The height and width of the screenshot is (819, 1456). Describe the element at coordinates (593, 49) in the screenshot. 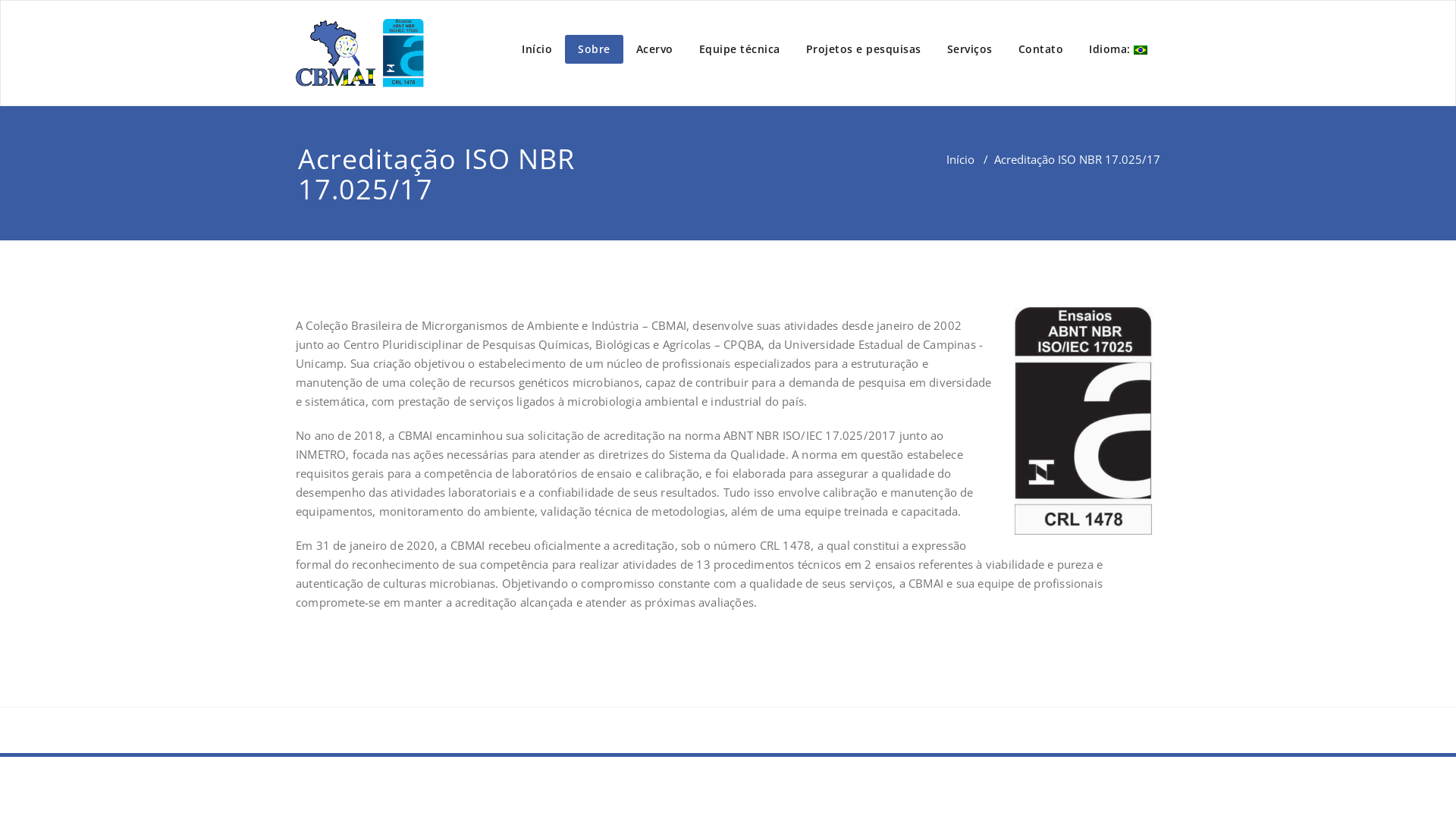

I see `'Sobre'` at that location.